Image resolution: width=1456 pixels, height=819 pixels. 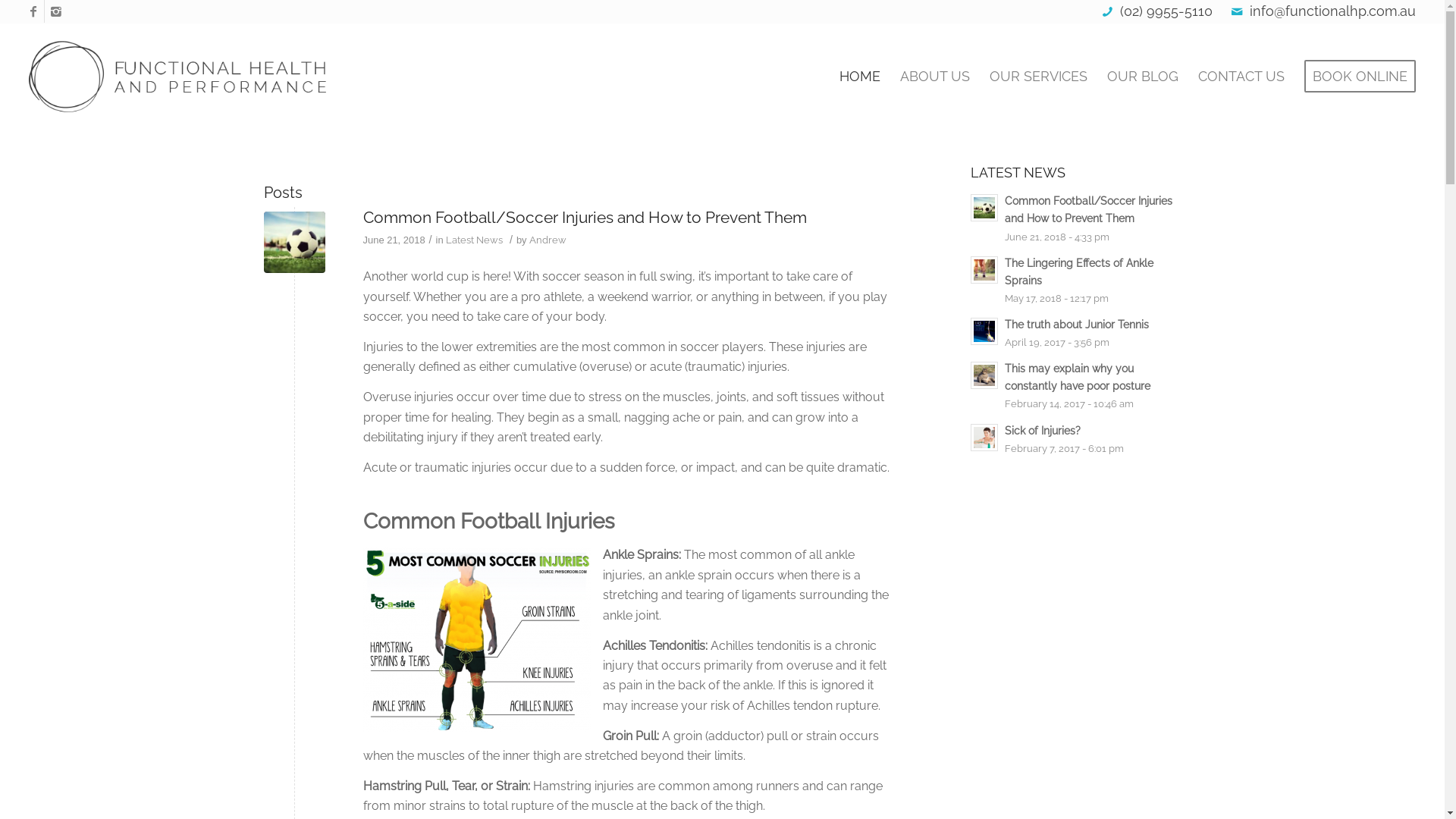 What do you see at coordinates (583, 217) in the screenshot?
I see `'Common Football/Soccer Injuries and How to Prevent Them'` at bounding box center [583, 217].